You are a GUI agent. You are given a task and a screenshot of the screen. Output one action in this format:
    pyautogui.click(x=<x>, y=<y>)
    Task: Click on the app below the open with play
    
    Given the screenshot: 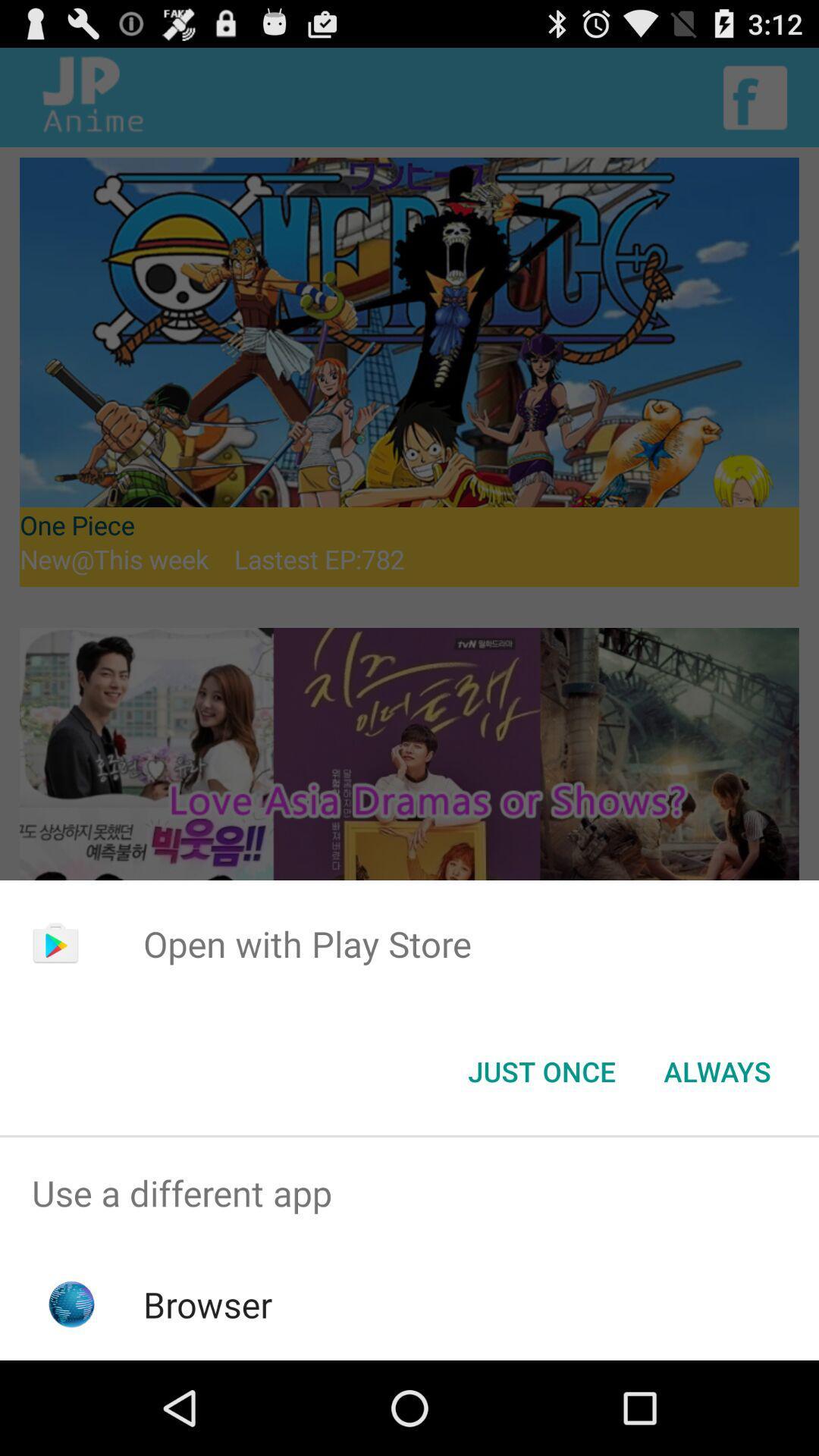 What is the action you would take?
    pyautogui.click(x=717, y=1070)
    